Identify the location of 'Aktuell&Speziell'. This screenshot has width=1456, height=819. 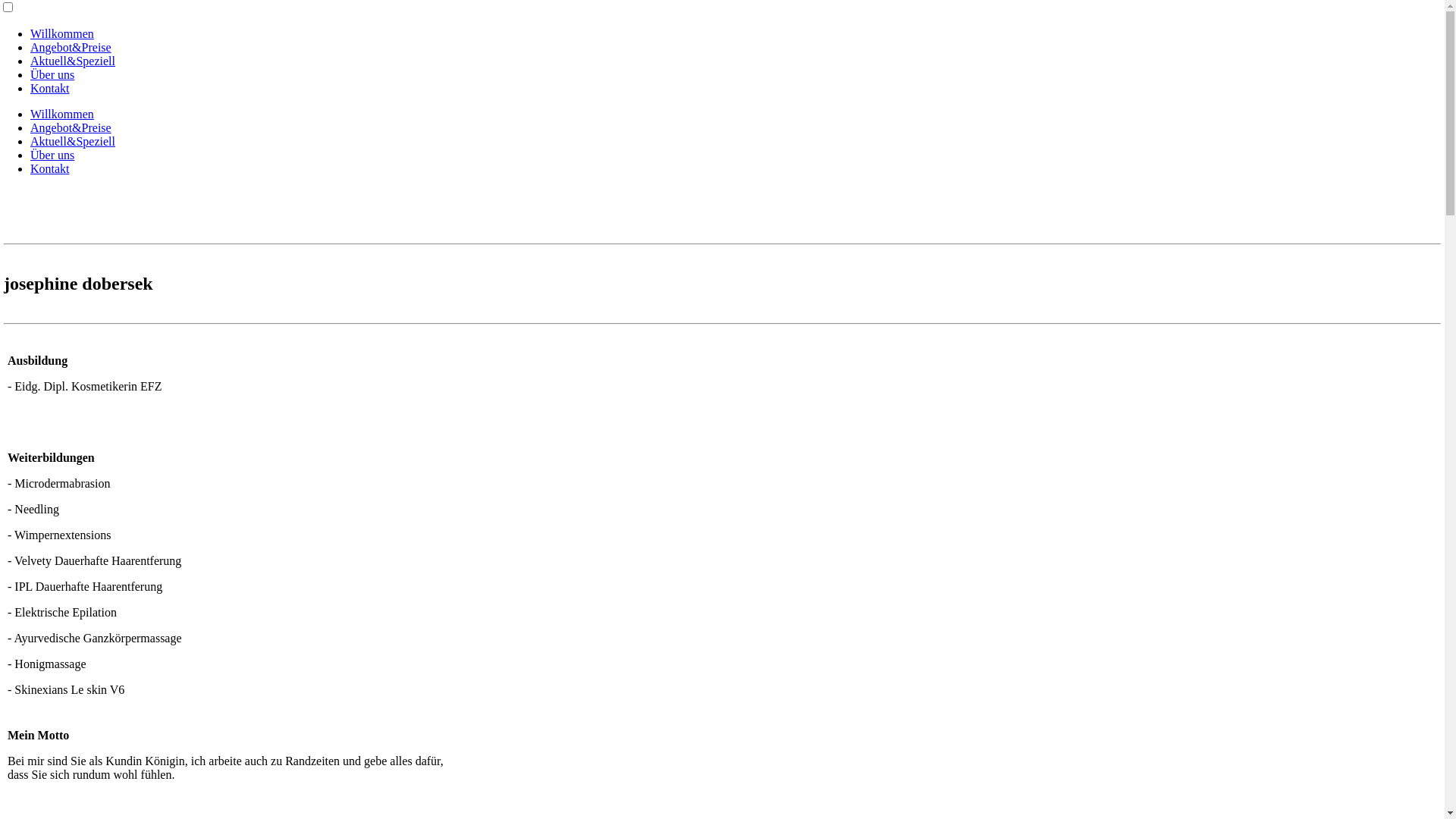
(72, 141).